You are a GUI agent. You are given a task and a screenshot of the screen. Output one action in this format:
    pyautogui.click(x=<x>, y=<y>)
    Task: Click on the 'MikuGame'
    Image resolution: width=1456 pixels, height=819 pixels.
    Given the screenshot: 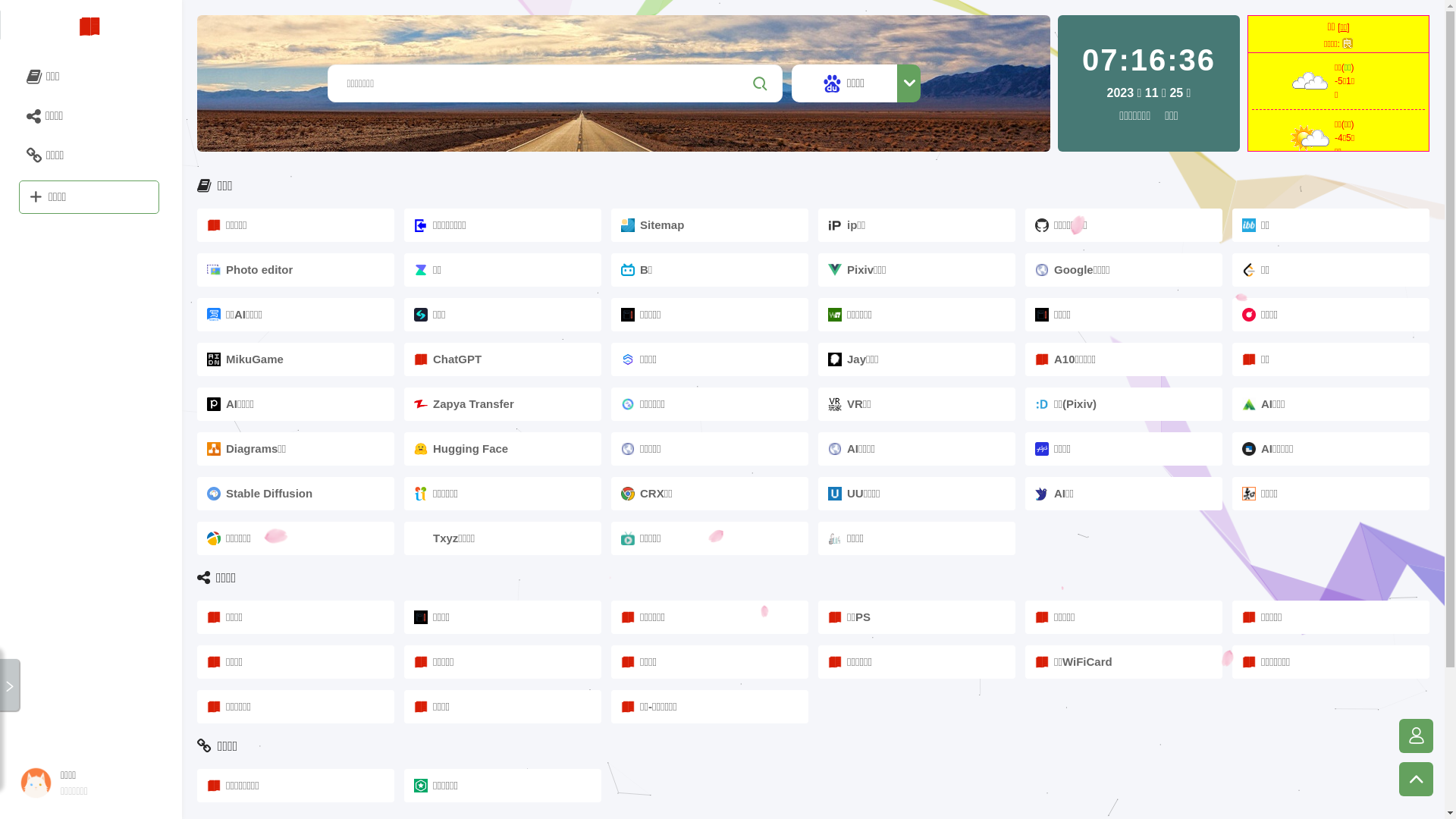 What is the action you would take?
    pyautogui.click(x=295, y=359)
    